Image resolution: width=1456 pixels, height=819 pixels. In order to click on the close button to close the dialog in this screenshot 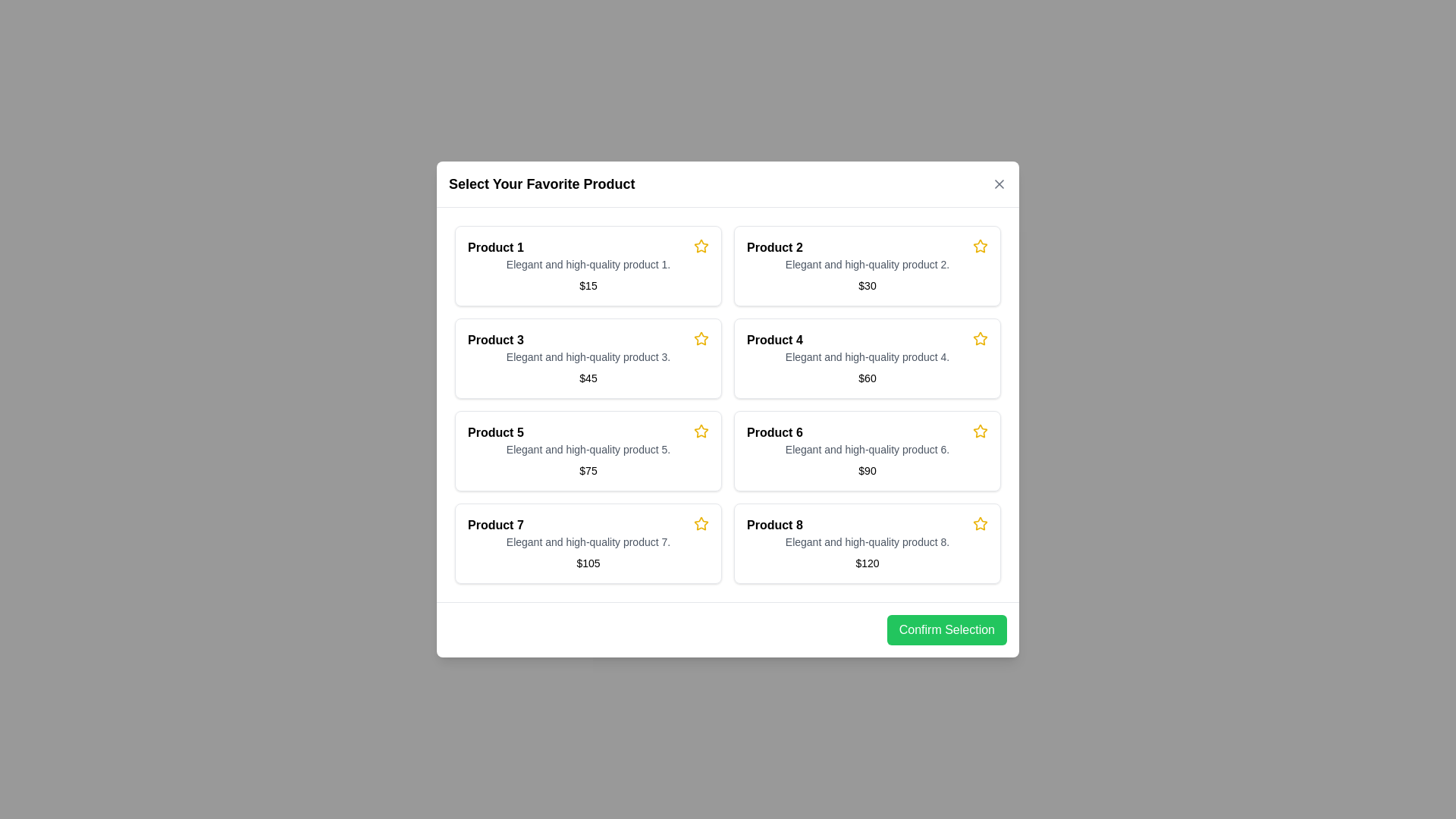, I will do `click(999, 184)`.